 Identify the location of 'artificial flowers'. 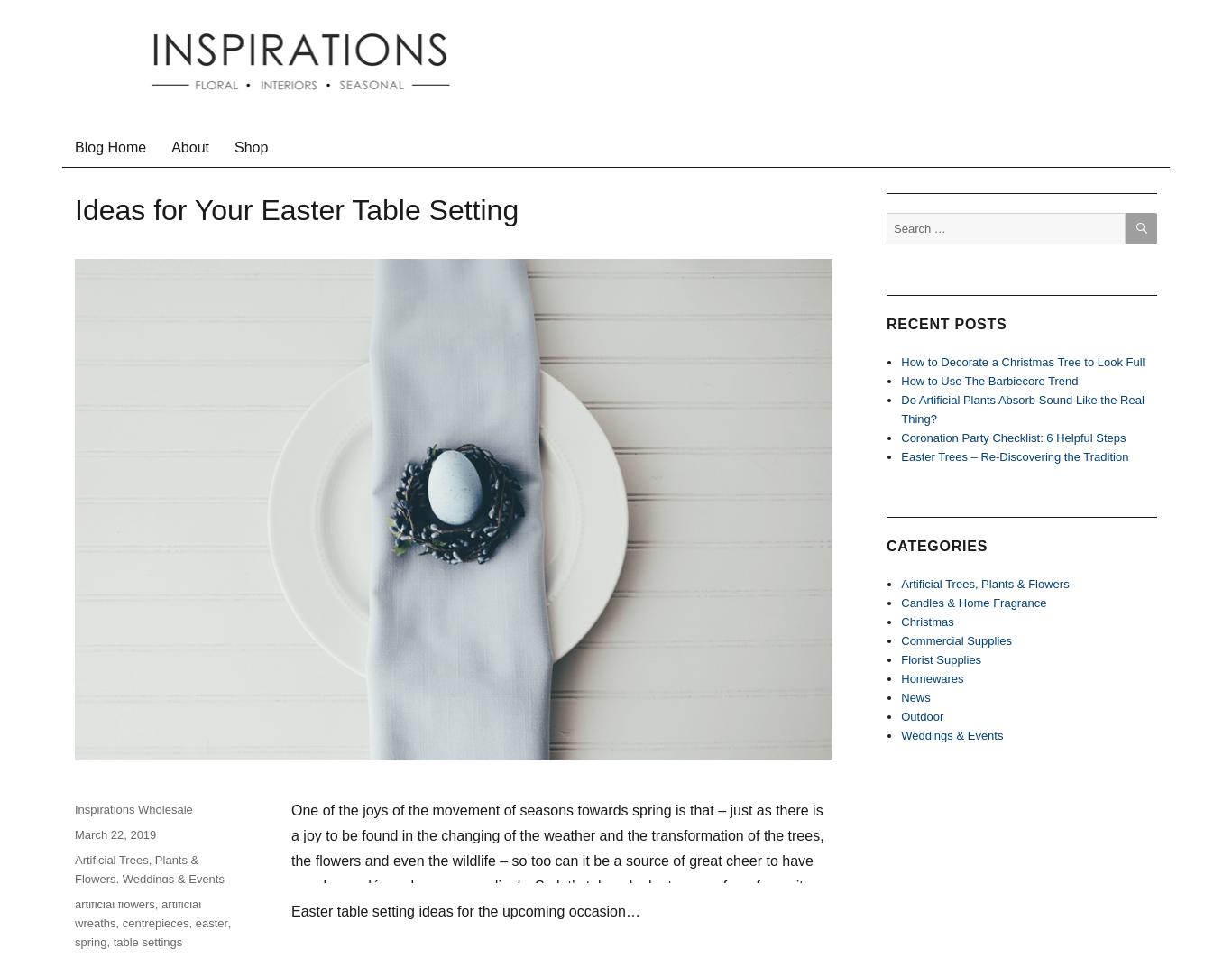
(114, 902).